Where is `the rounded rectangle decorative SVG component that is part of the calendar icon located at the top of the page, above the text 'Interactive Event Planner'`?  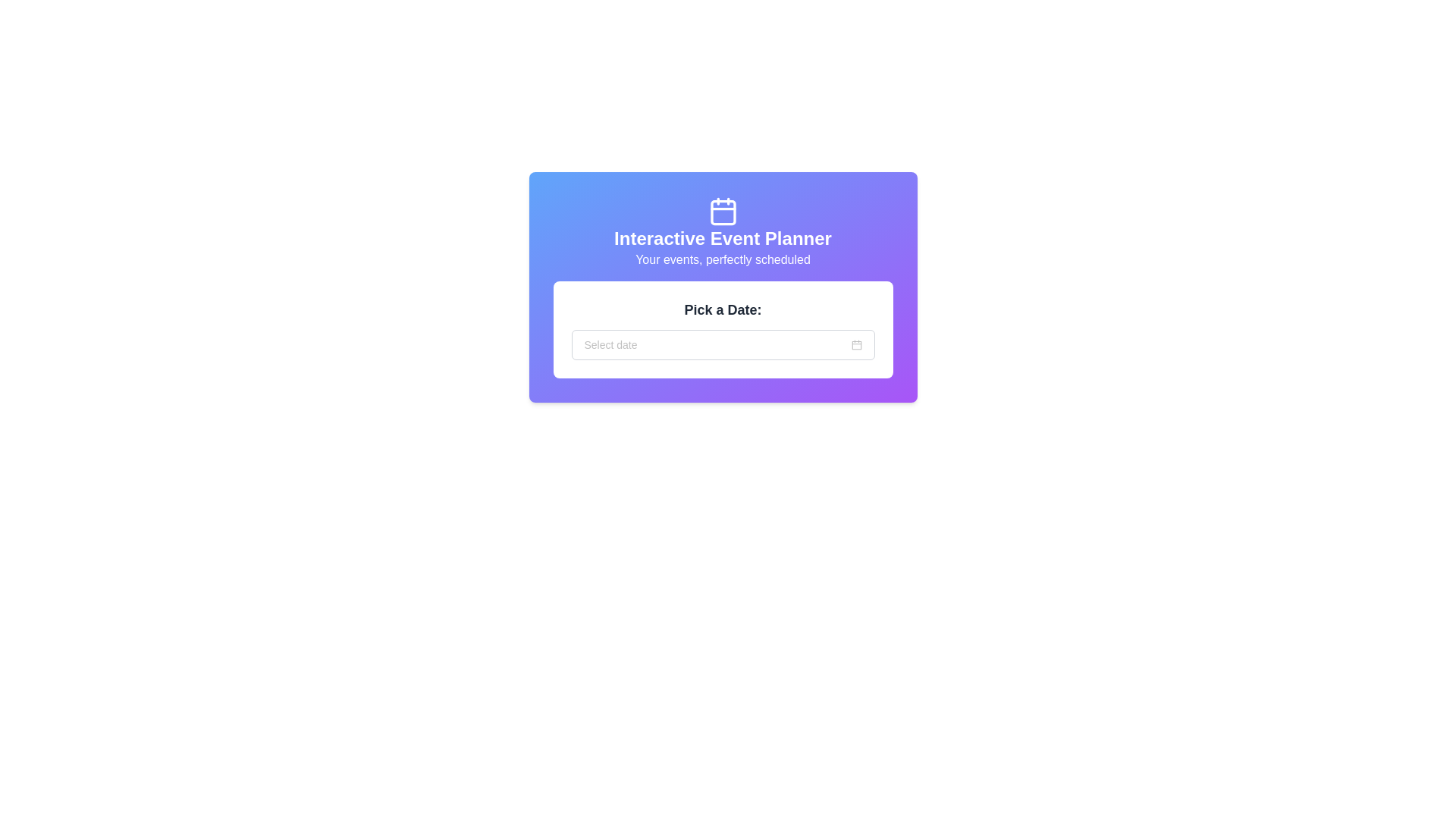 the rounded rectangle decorative SVG component that is part of the calendar icon located at the top of the page, above the text 'Interactive Event Planner' is located at coordinates (722, 212).